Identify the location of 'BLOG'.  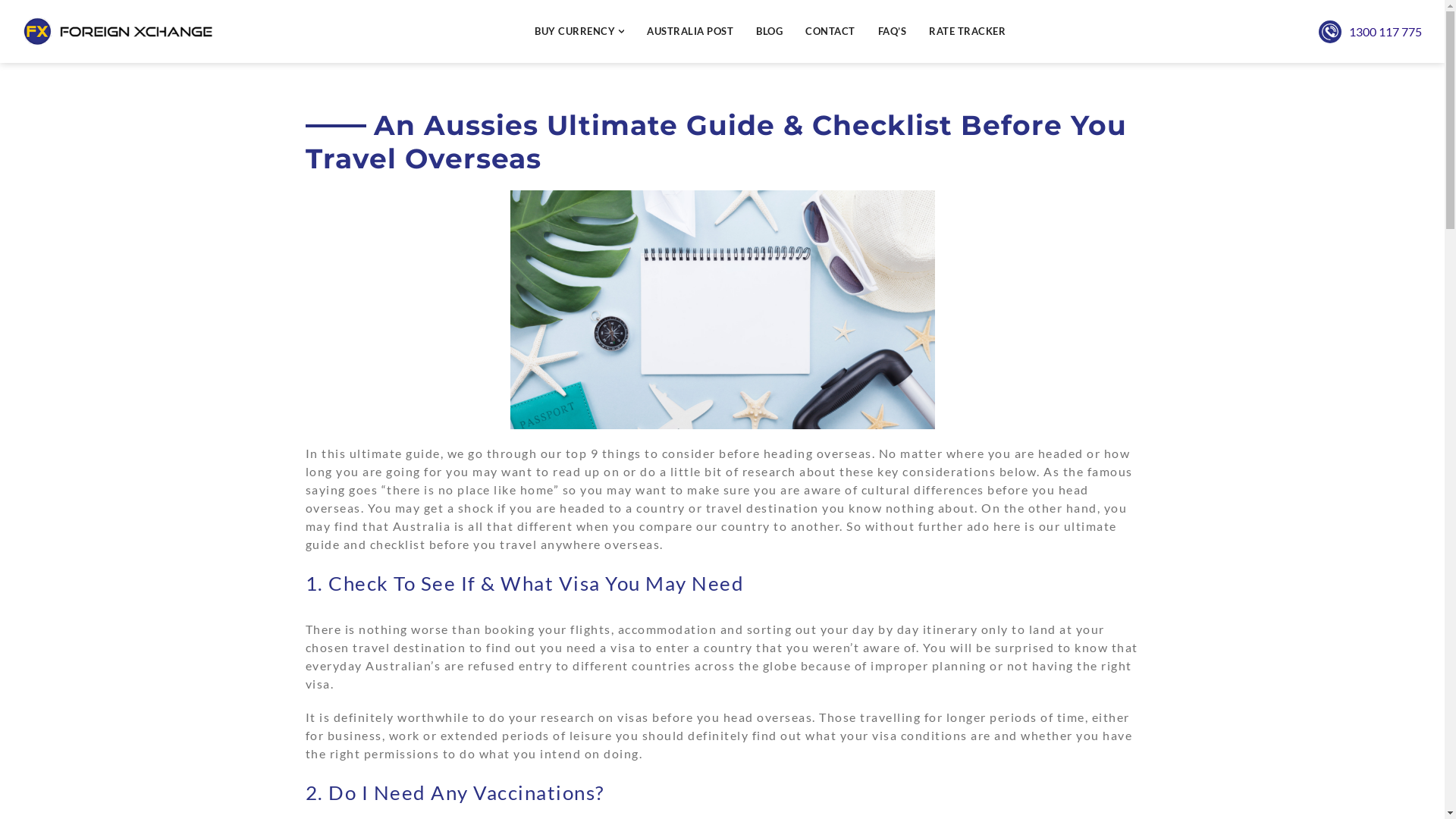
(769, 31).